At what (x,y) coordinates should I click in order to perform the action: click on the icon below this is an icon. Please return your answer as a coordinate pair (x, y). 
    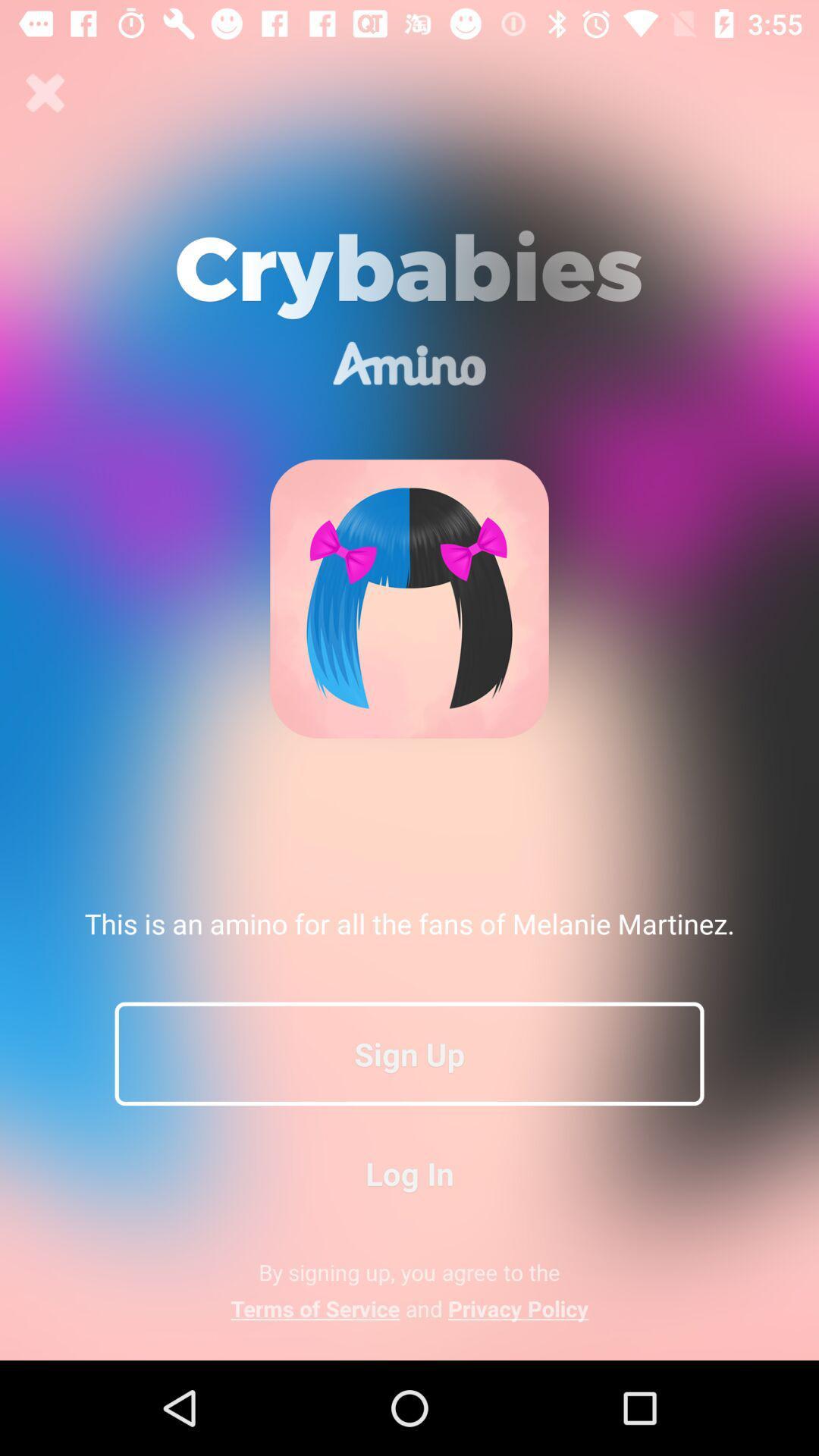
    Looking at the image, I should click on (409, 1053).